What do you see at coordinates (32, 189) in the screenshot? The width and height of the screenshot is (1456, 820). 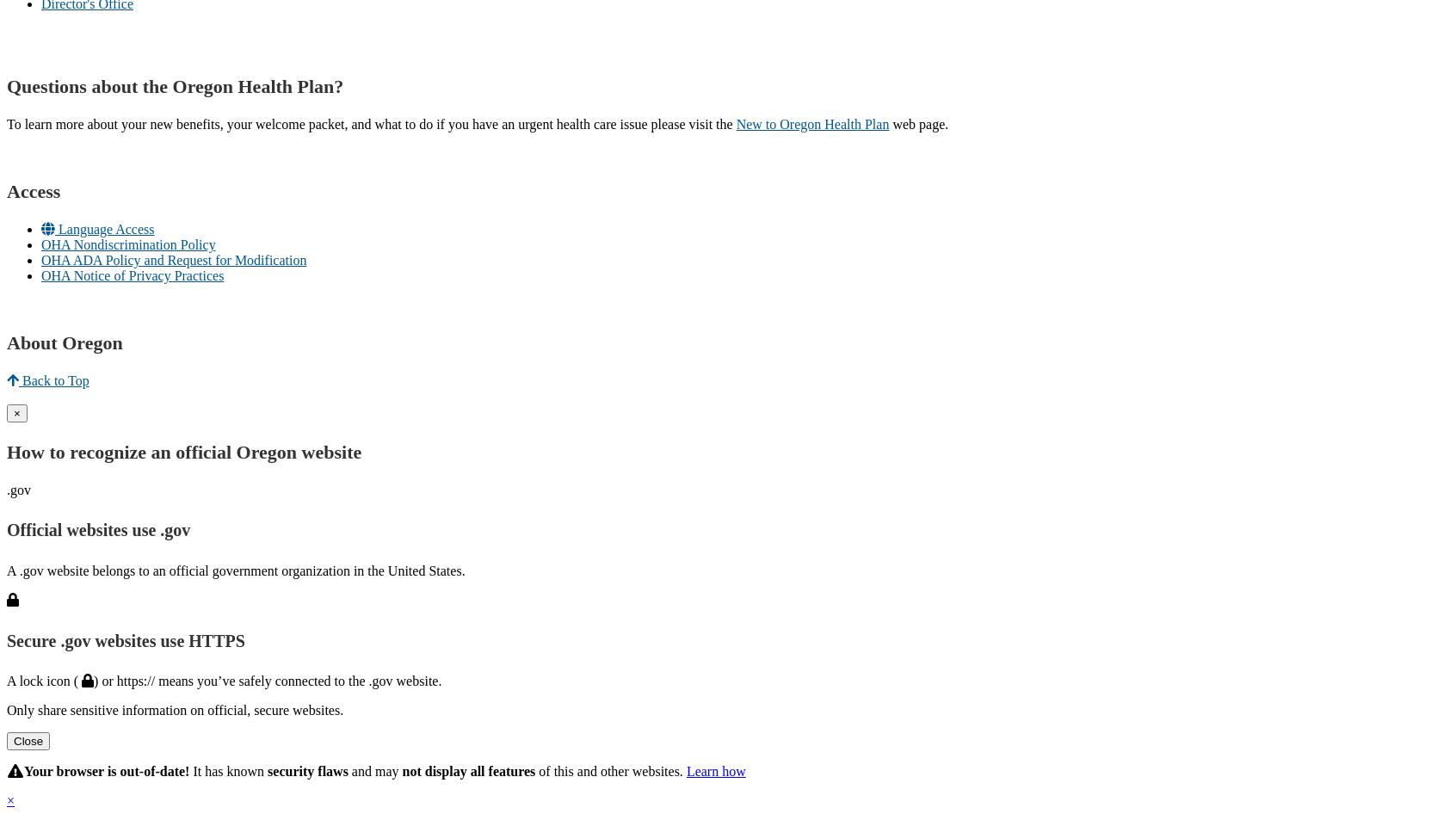 I see `'Access'` at bounding box center [32, 189].